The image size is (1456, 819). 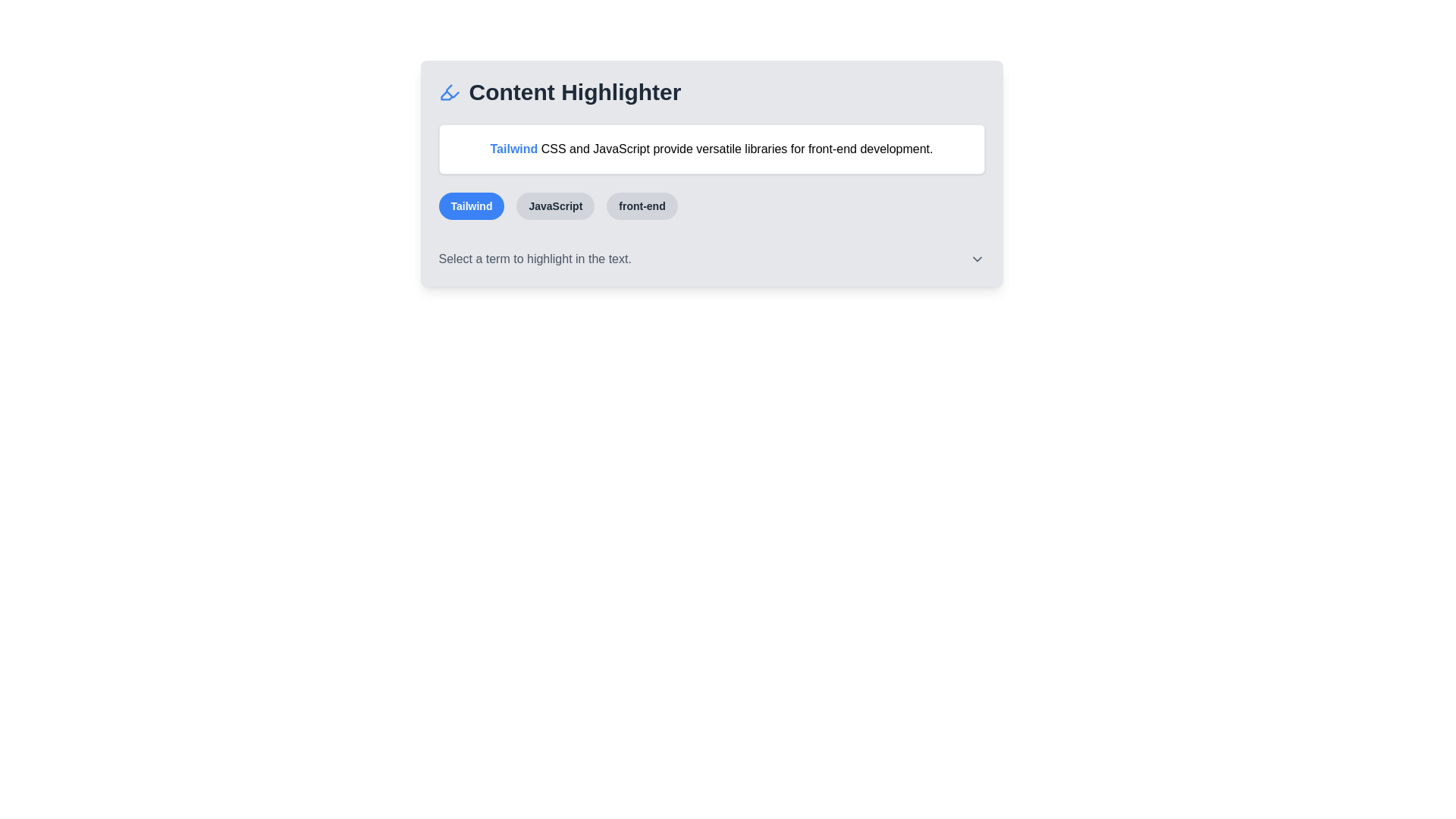 What do you see at coordinates (513, 149) in the screenshot?
I see `the text 'Tailwind', which is positioned at the start of the sentence 'Tailwind CSS and JavaScript provide versatile libraries for front-end development.'` at bounding box center [513, 149].